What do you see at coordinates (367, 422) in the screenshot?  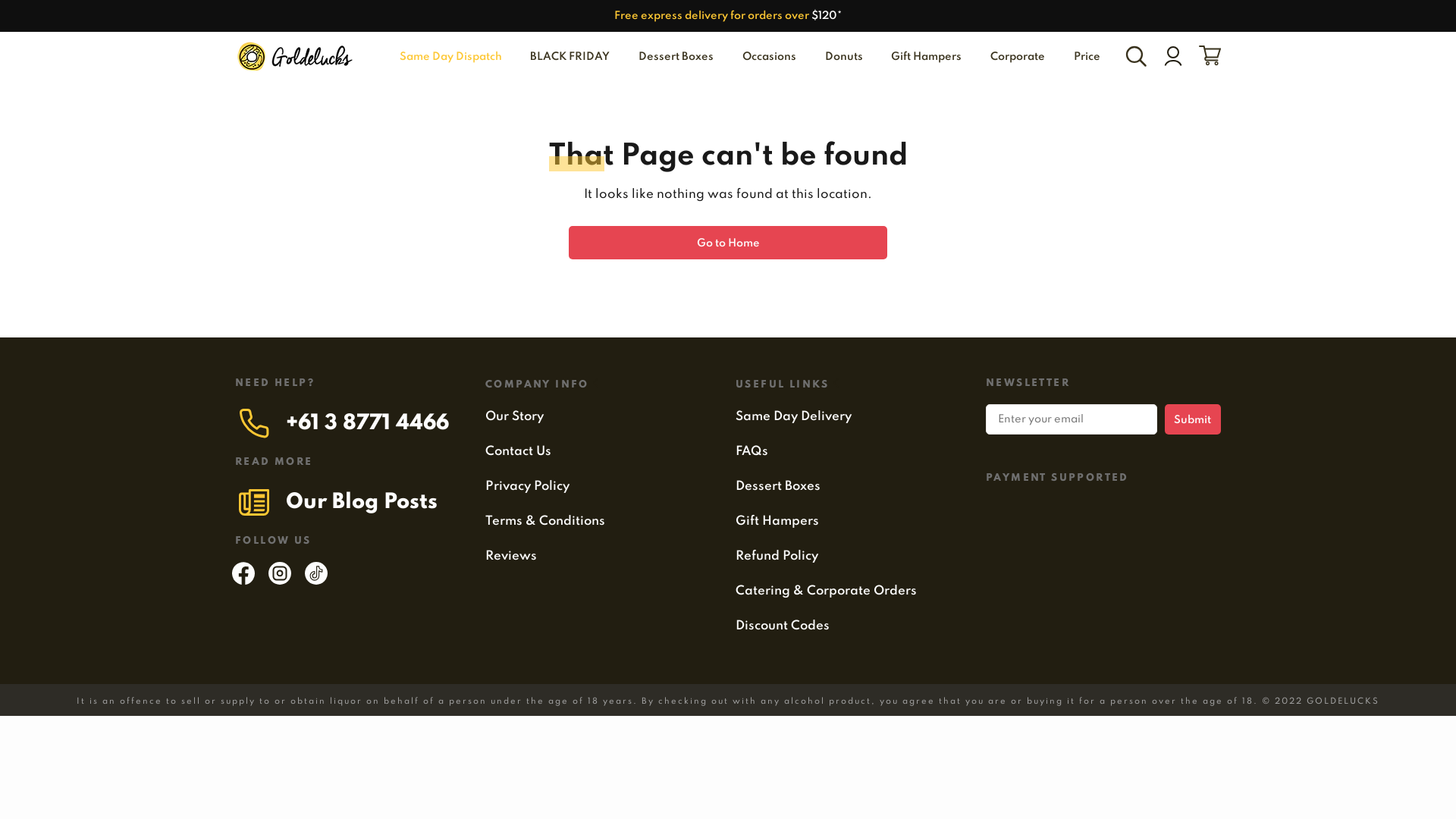 I see `'+61 3 8771 4466'` at bounding box center [367, 422].